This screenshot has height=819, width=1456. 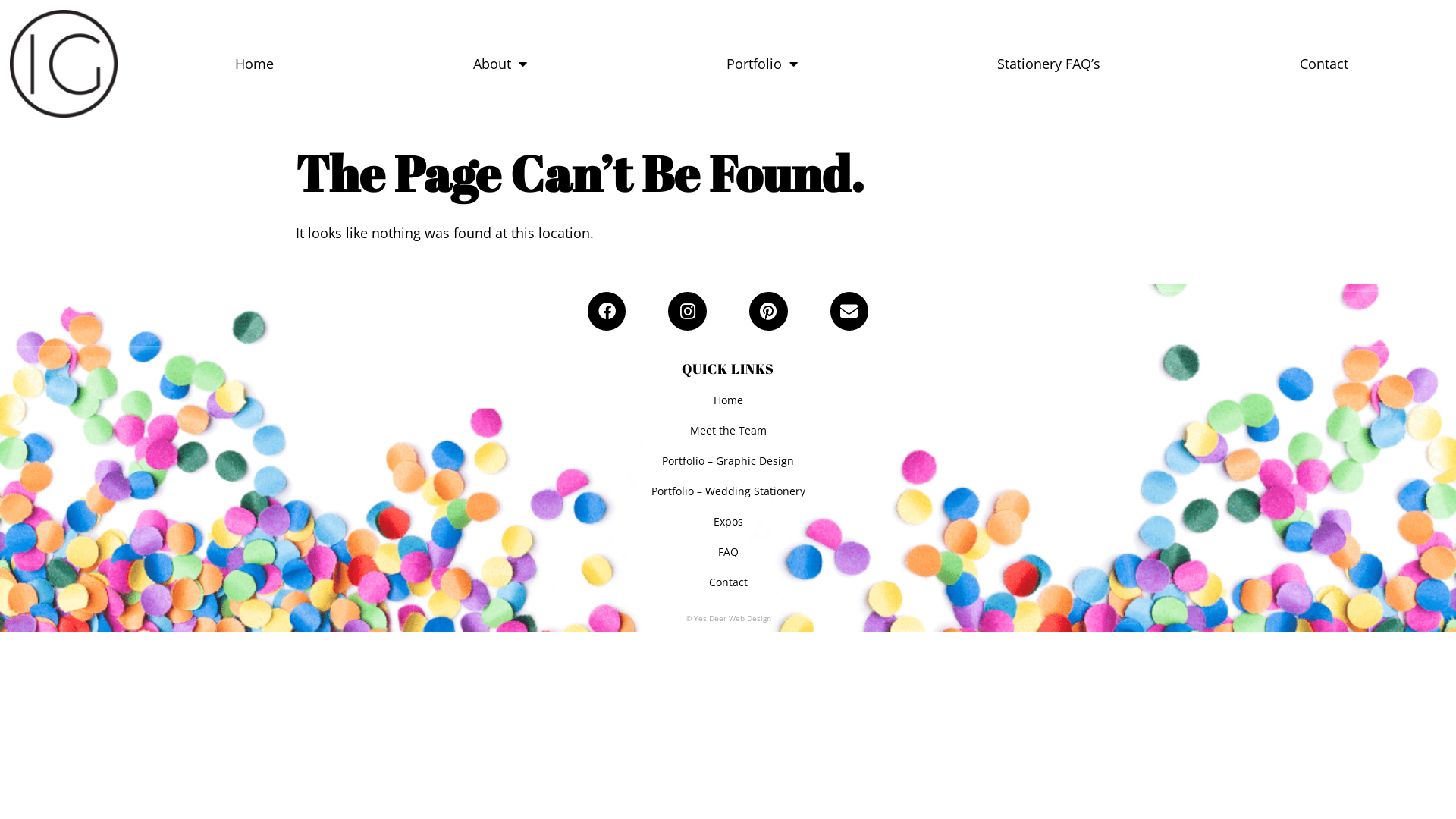 What do you see at coordinates (728, 520) in the screenshot?
I see `'Expos'` at bounding box center [728, 520].